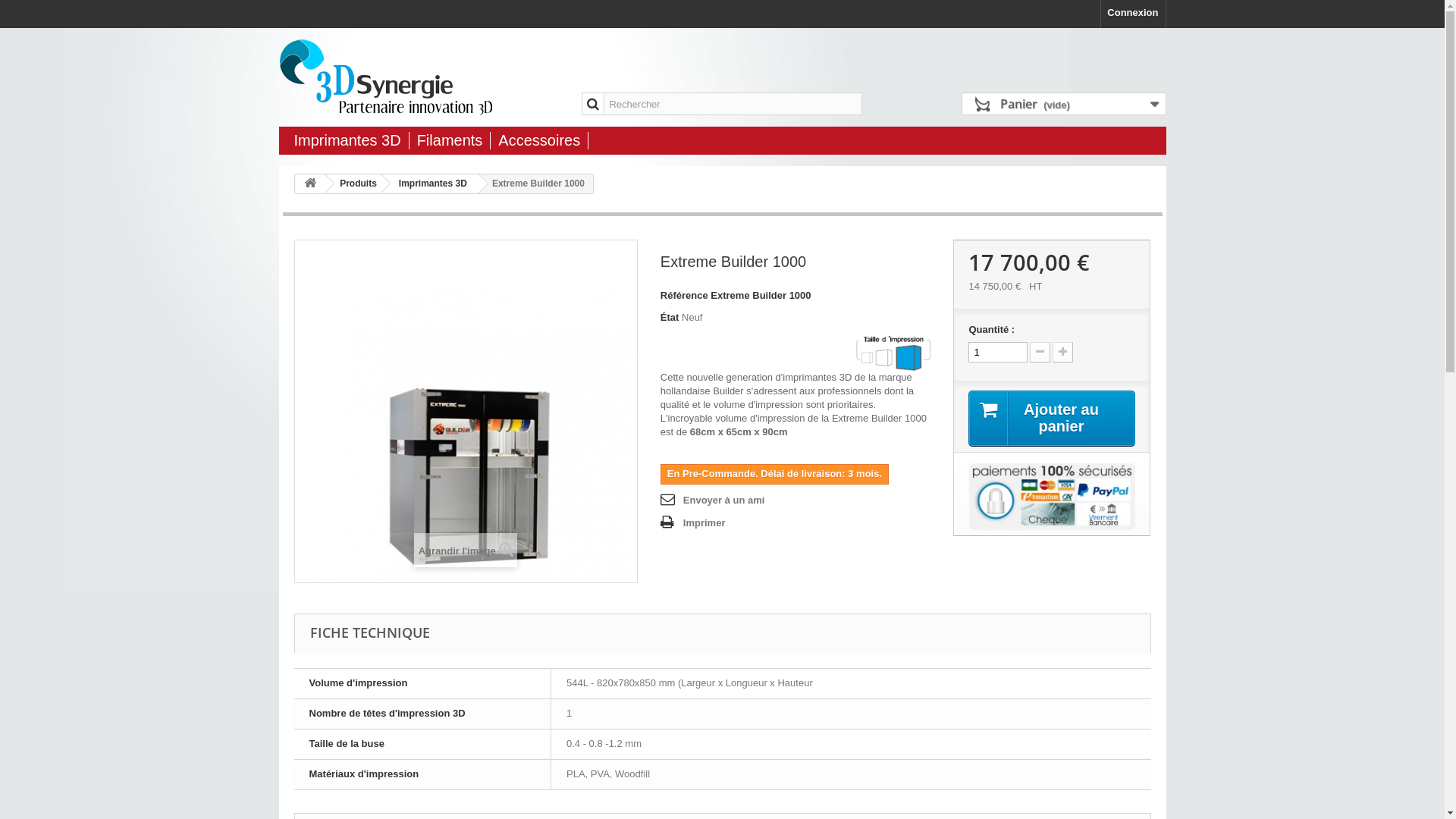 The width and height of the screenshot is (1456, 819). Describe the element at coordinates (967, 418) in the screenshot. I see `'Ajouter au panier'` at that location.